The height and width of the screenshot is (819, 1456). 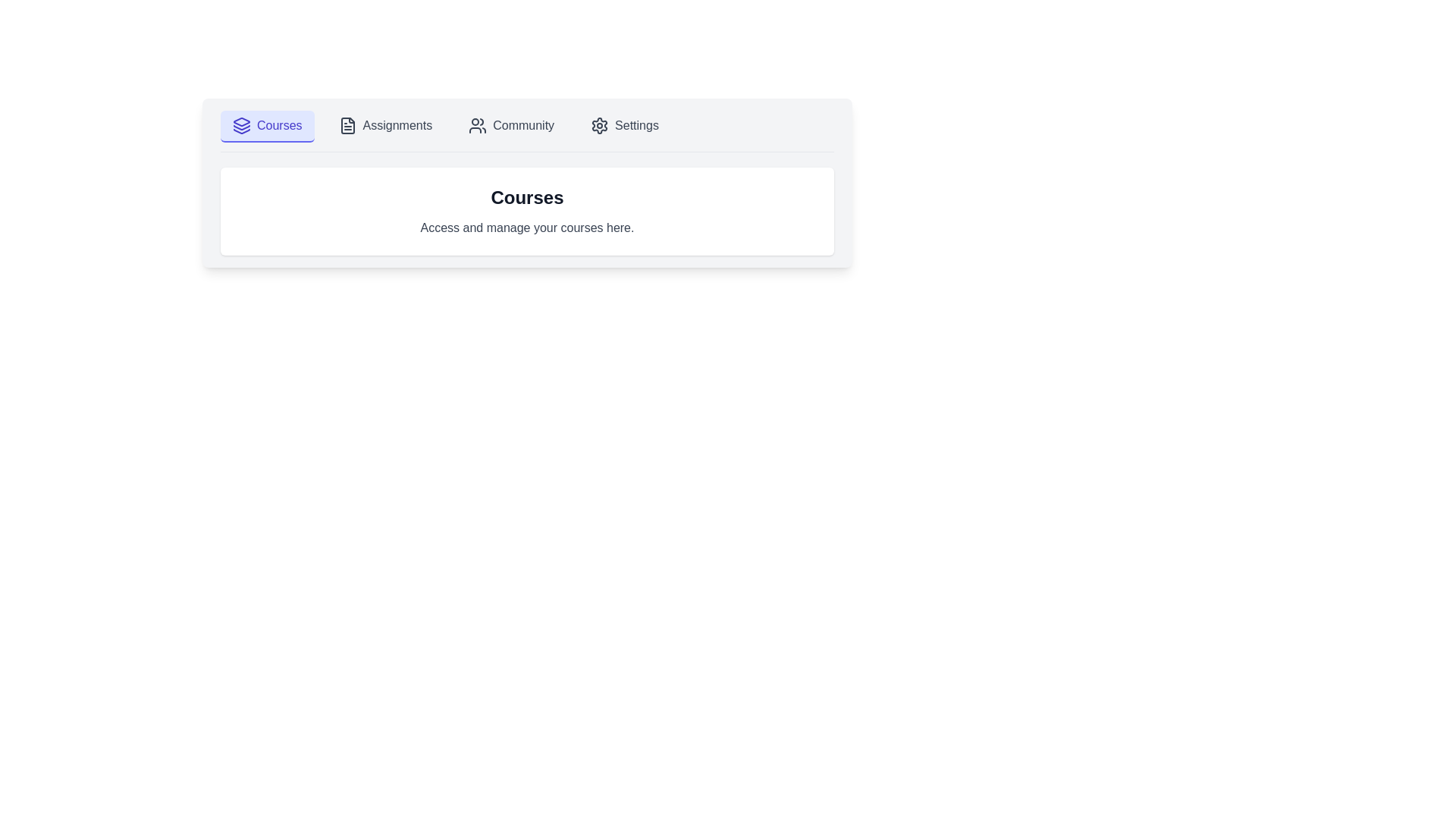 I want to click on text from the 'Community' label in the navigation bar, which is styled in gray and is the third item in the horizontal layout, so click(x=523, y=124).